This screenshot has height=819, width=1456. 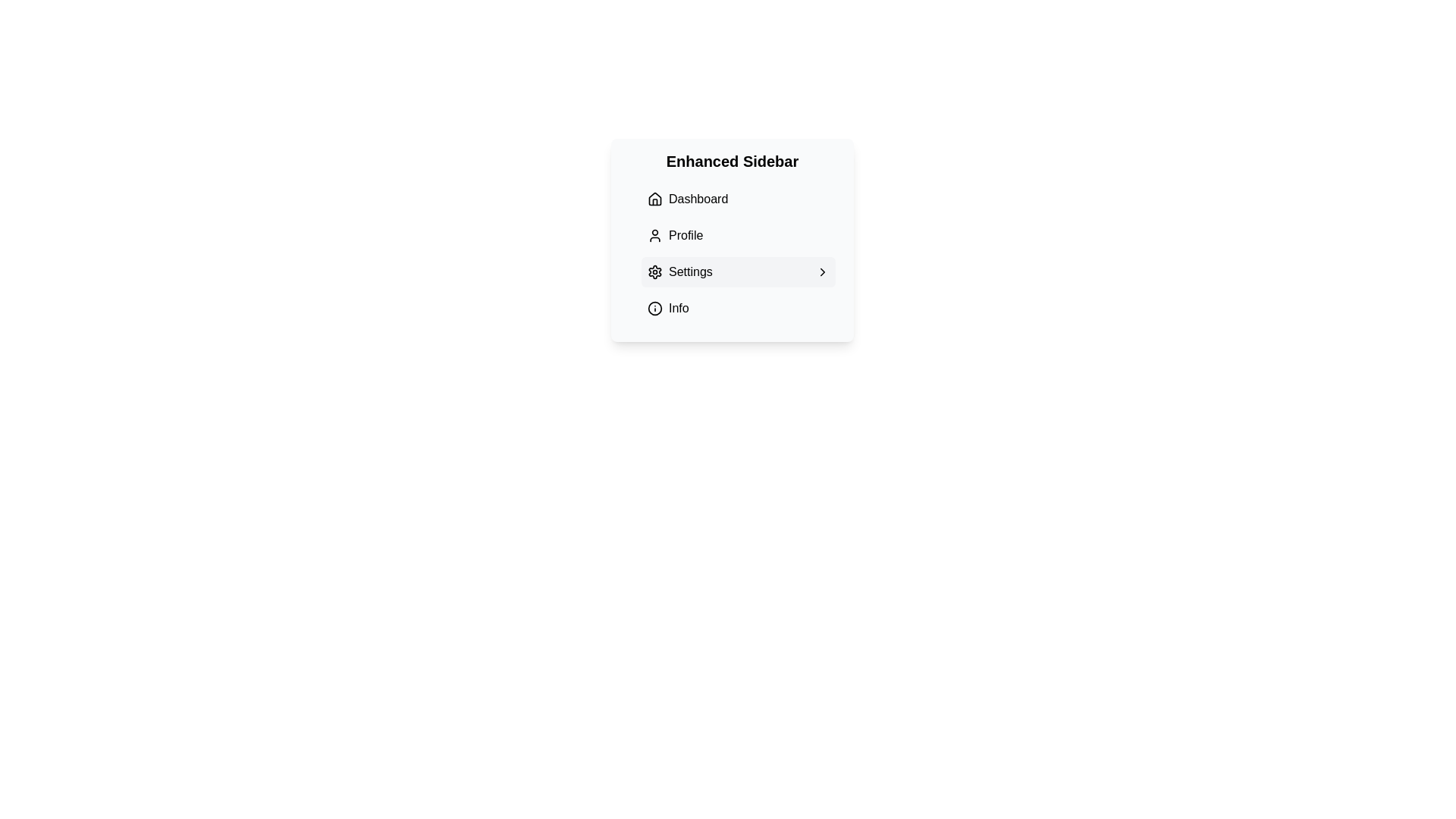 What do you see at coordinates (739, 308) in the screenshot?
I see `the informational button located at the bottom of the 'Enhanced Sidebar', which is the fourth item in the list` at bounding box center [739, 308].